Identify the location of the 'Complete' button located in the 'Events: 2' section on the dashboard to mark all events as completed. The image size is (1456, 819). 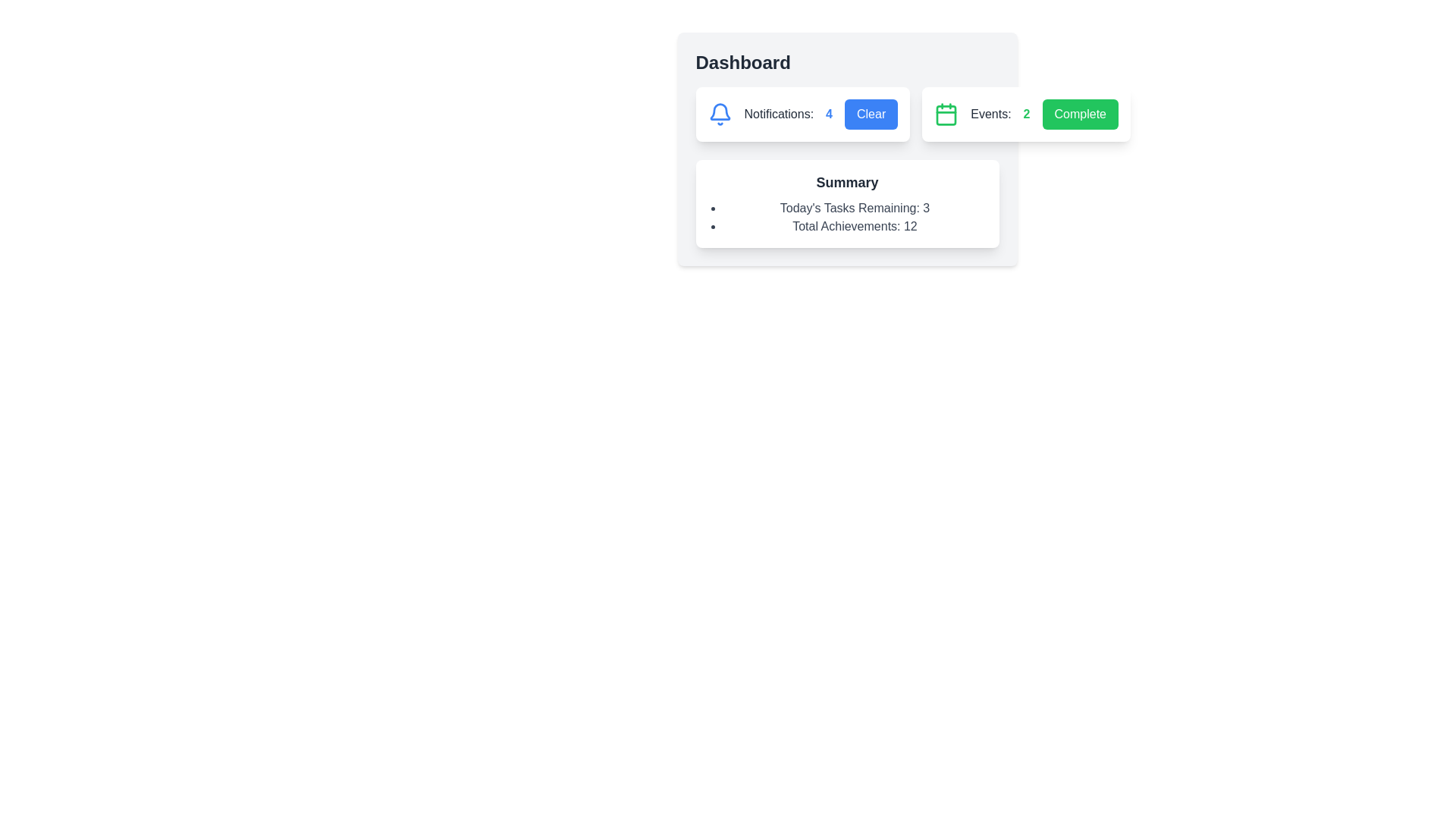
(1079, 113).